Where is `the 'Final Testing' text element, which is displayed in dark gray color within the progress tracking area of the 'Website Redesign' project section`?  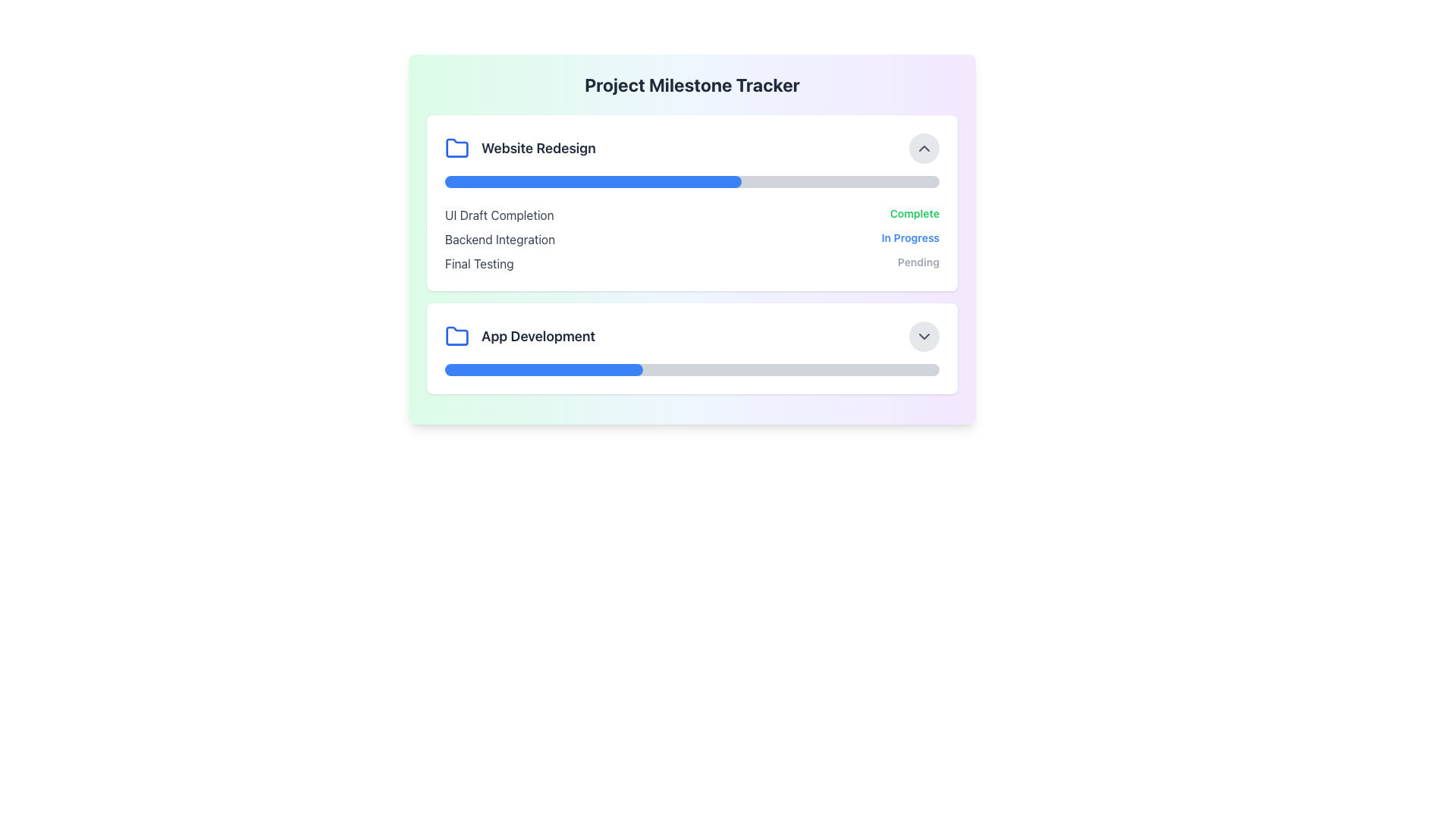
the 'Final Testing' text element, which is displayed in dark gray color within the progress tracking area of the 'Website Redesign' project section is located at coordinates (479, 262).